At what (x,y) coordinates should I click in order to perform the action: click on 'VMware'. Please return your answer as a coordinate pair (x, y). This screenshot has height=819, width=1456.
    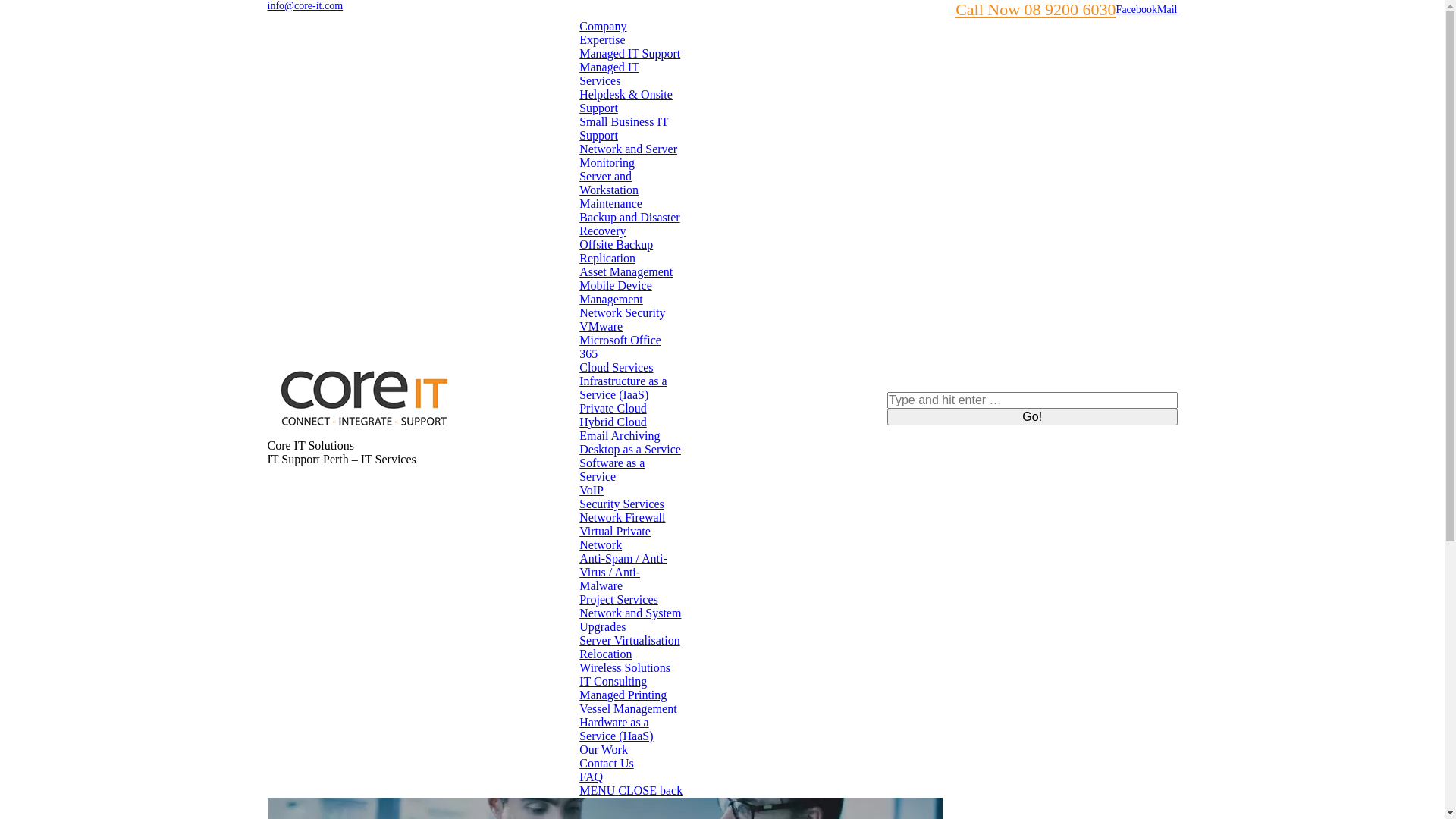
    Looking at the image, I should click on (578, 325).